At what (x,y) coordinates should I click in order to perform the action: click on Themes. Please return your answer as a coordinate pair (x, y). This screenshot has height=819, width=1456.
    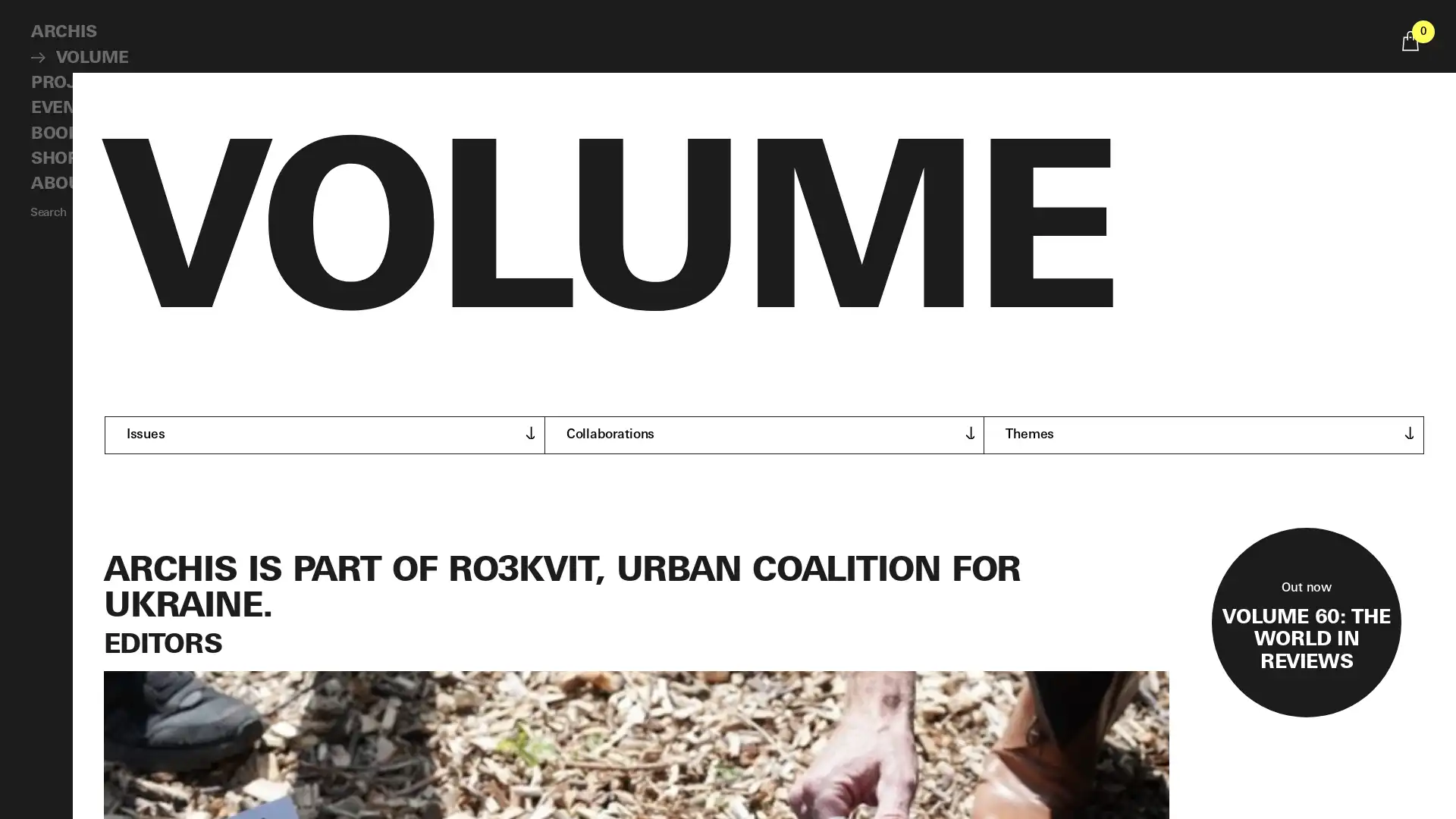
    Looking at the image, I should click on (1030, 435).